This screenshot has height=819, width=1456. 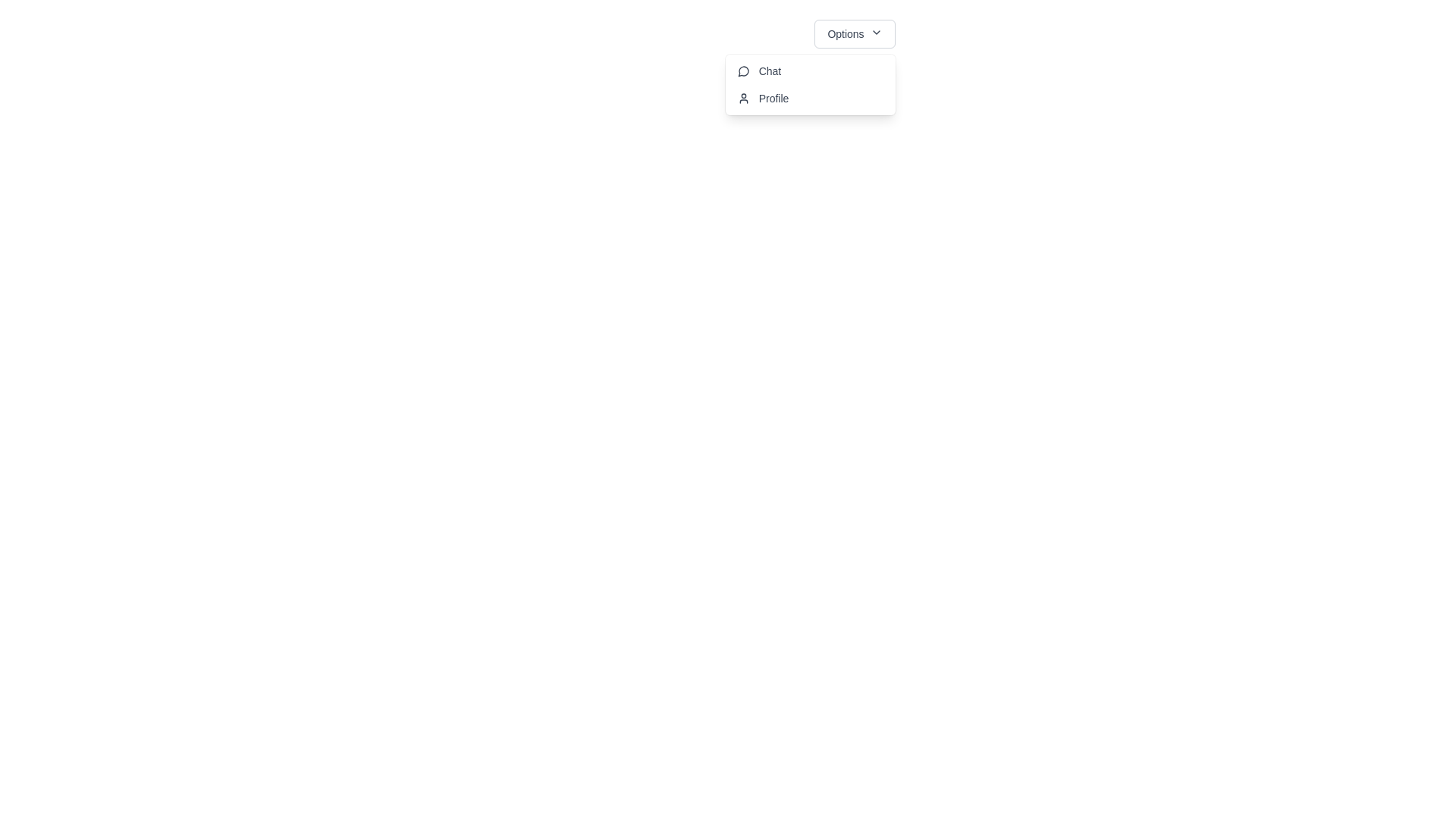 I want to click on the 'Options' dropdown button located at the top center of the interface, so click(x=855, y=34).